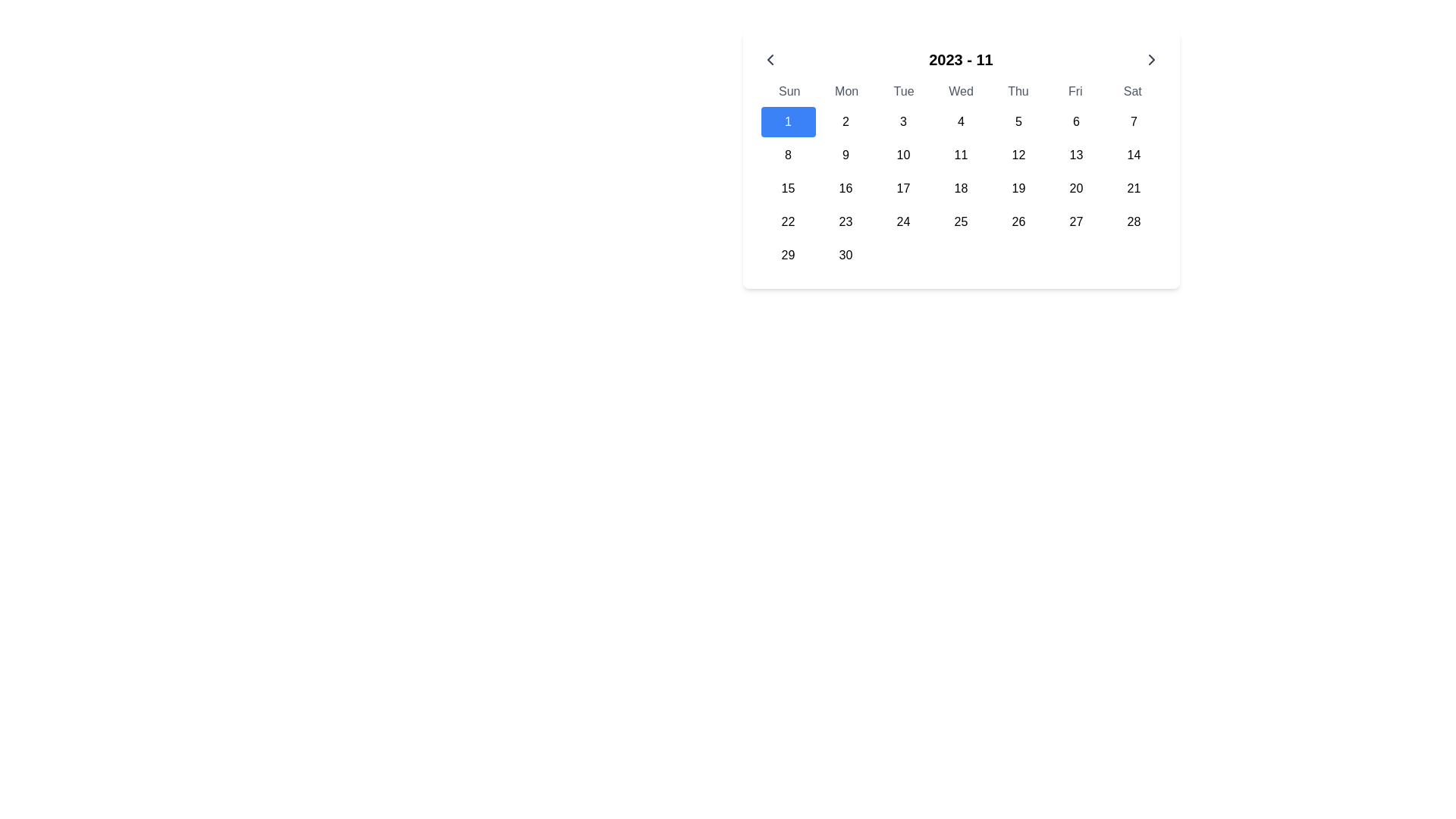  Describe the element at coordinates (960, 91) in the screenshot. I see `the text label 'Wed' which is the fourth item in the row of abbreviated days of the week in the calendar component` at that location.